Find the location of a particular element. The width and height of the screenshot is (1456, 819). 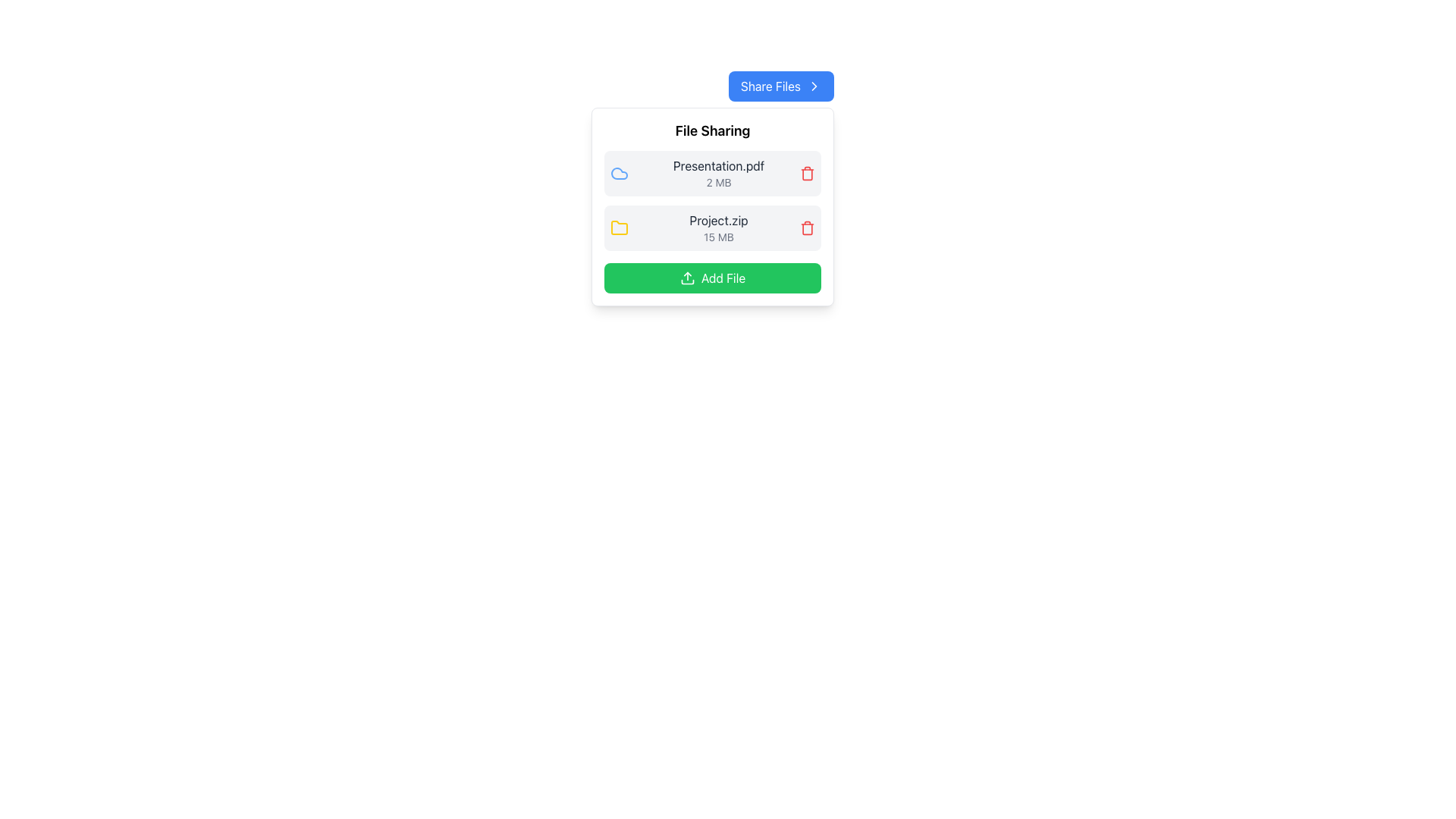

the Text Display element that shows the file name 'Project.zip' and its size '15 MB', which is the second item in a vertical list of files is located at coordinates (718, 227).